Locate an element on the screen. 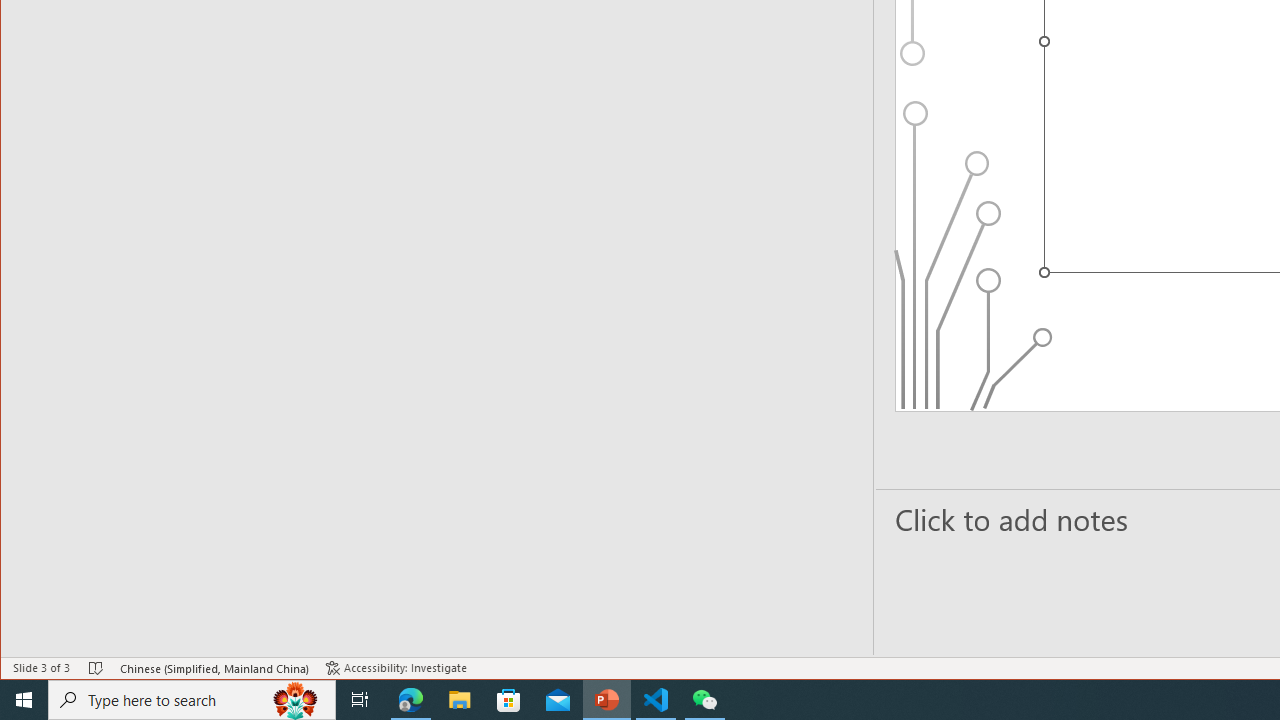 The height and width of the screenshot is (720, 1280). 'Microsoft Edge - 1 running window' is located at coordinates (410, 698).